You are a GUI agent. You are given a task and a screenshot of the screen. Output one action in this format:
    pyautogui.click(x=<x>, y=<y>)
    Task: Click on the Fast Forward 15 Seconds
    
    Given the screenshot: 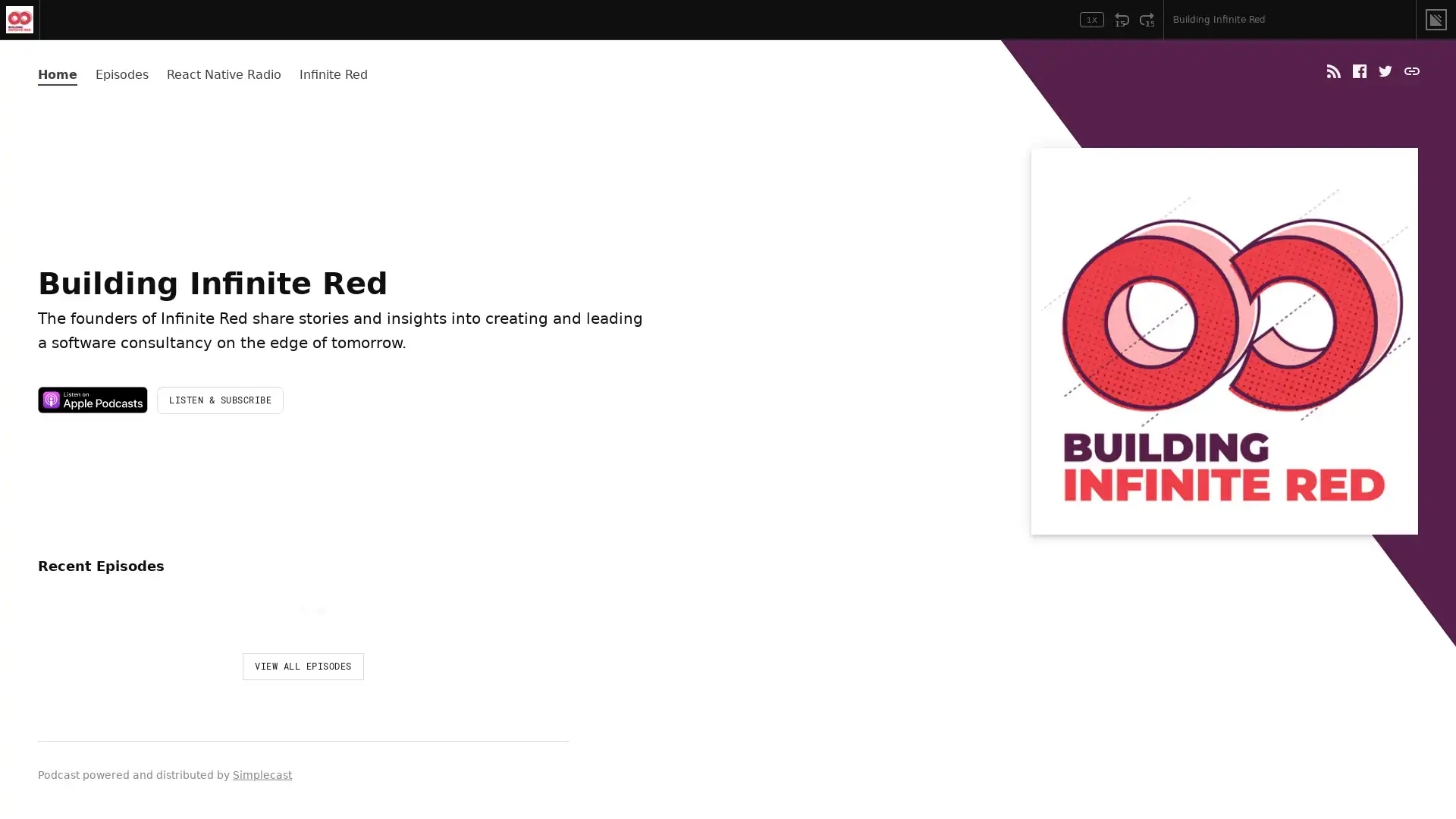 What is the action you would take?
    pyautogui.click(x=1147, y=20)
    